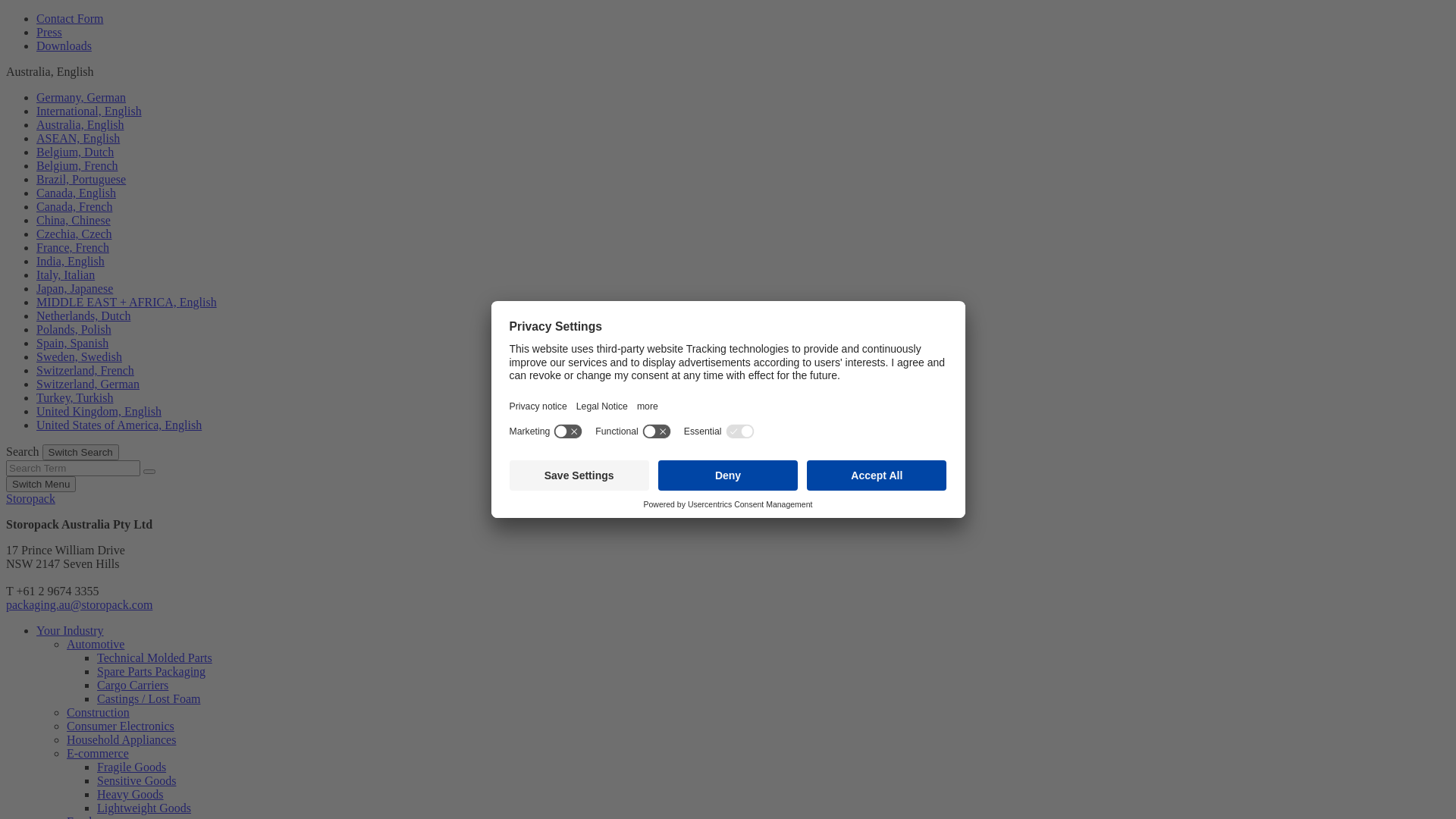 This screenshot has width=1456, height=819. Describe the element at coordinates (65, 739) in the screenshot. I see `'Household Appliances'` at that location.